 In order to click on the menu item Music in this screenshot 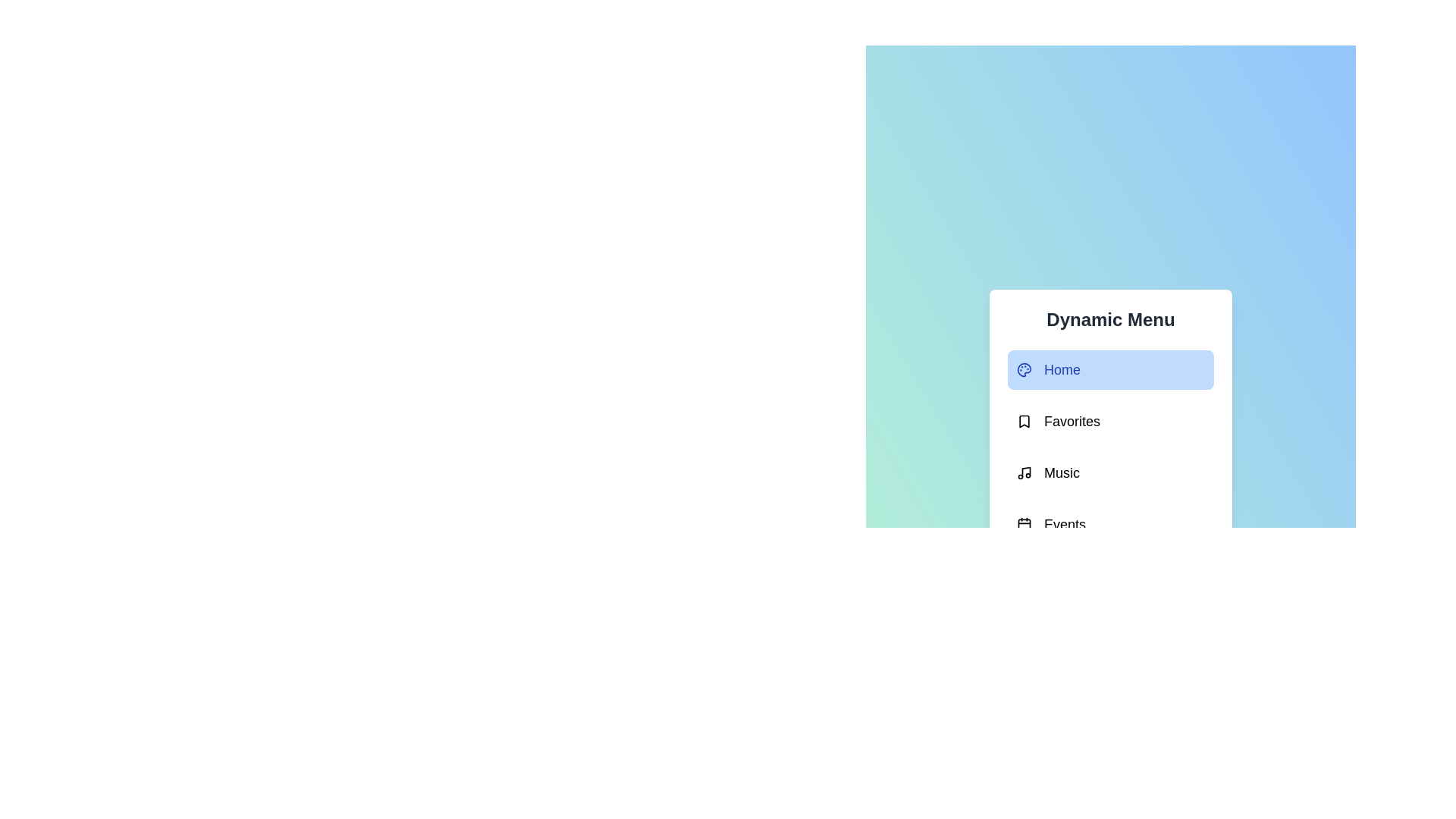, I will do `click(1110, 472)`.